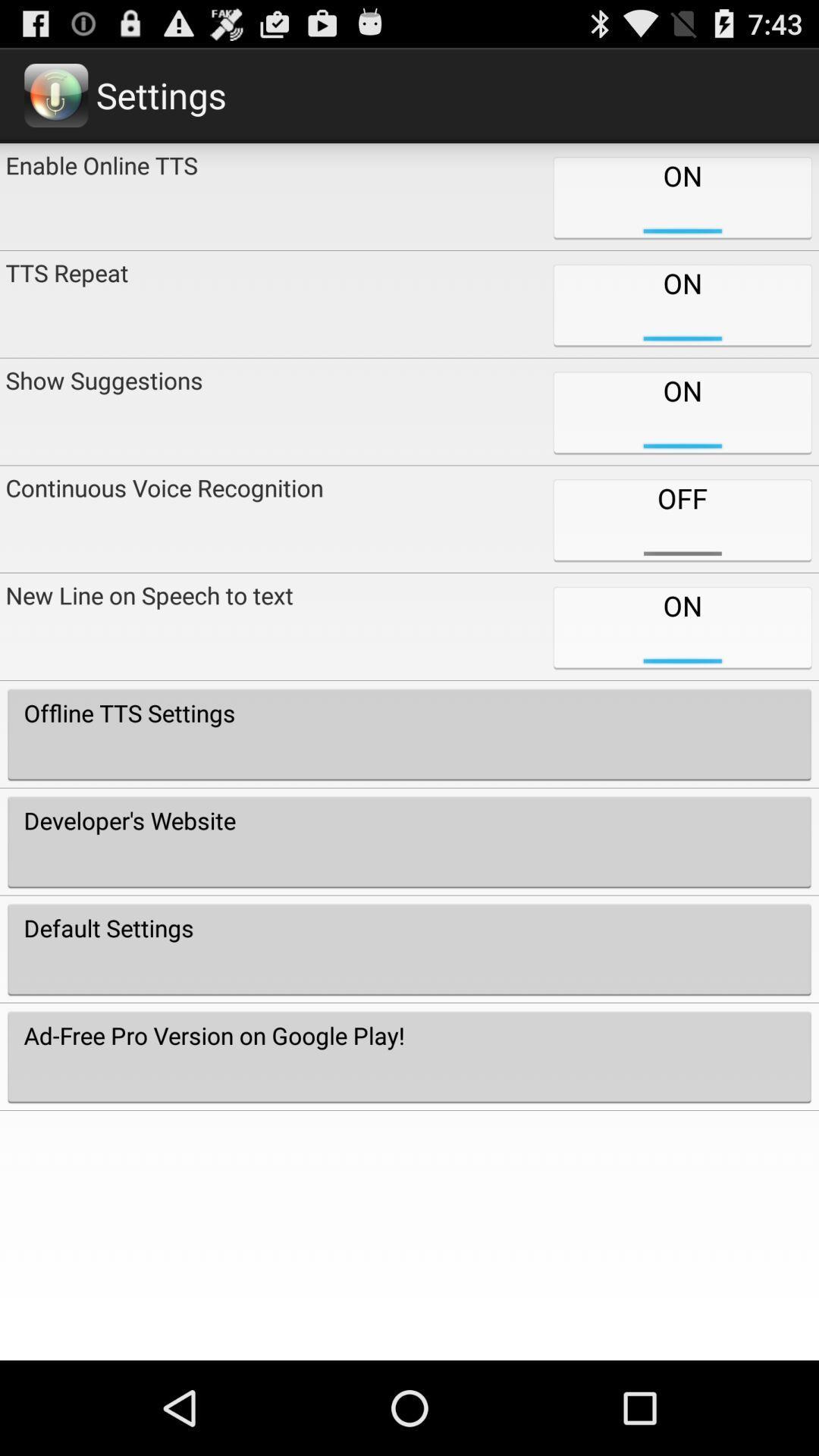 The height and width of the screenshot is (1456, 819). Describe the element at coordinates (681, 519) in the screenshot. I see `the off icon` at that location.